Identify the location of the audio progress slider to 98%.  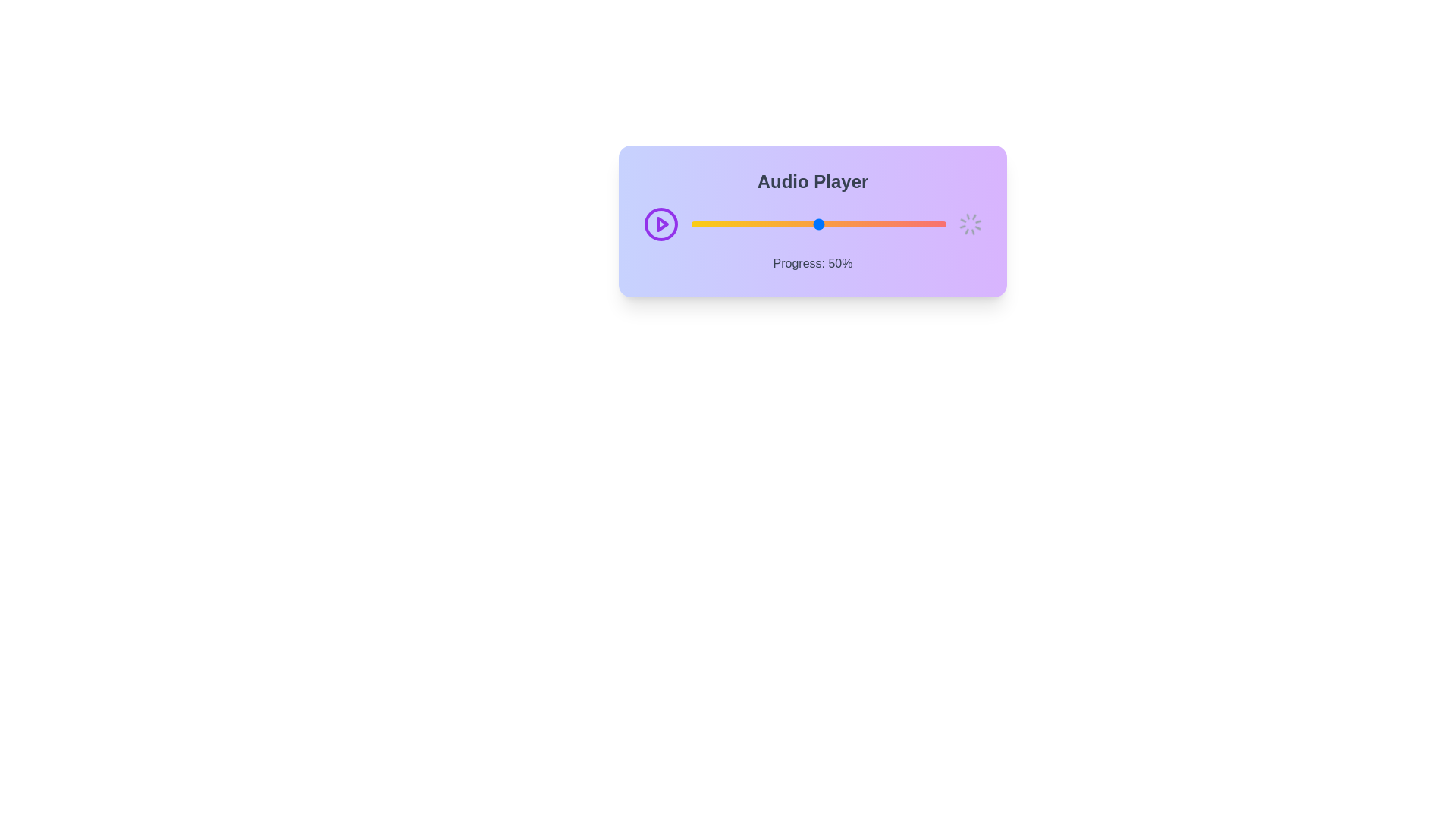
(940, 224).